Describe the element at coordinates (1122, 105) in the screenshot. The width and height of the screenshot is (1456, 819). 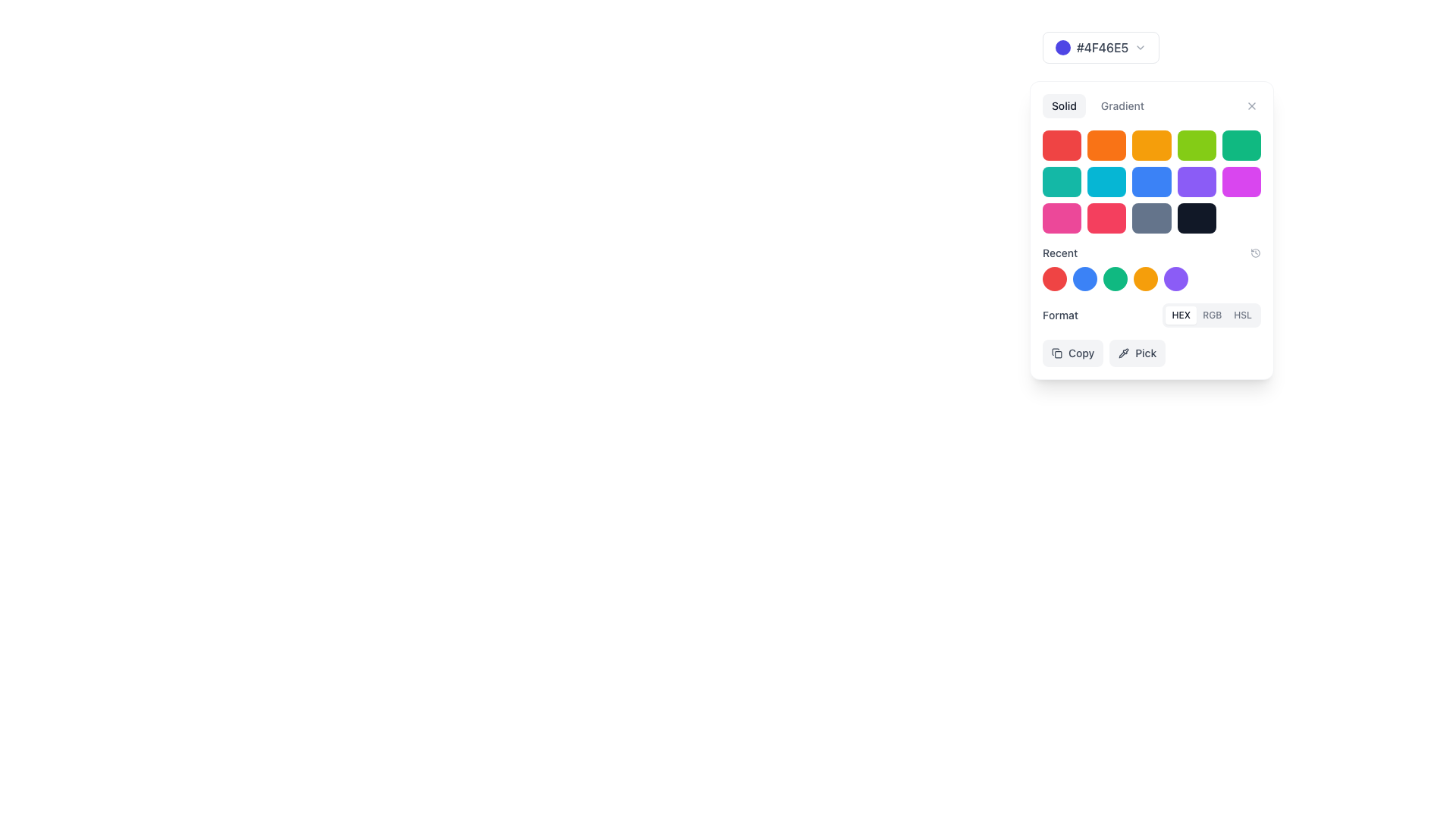
I see `the 'Gradient' button, which is a rounded rectangular button with light gray text located to the right of the 'Solid' button in the top-right quadrant of the window` at that location.